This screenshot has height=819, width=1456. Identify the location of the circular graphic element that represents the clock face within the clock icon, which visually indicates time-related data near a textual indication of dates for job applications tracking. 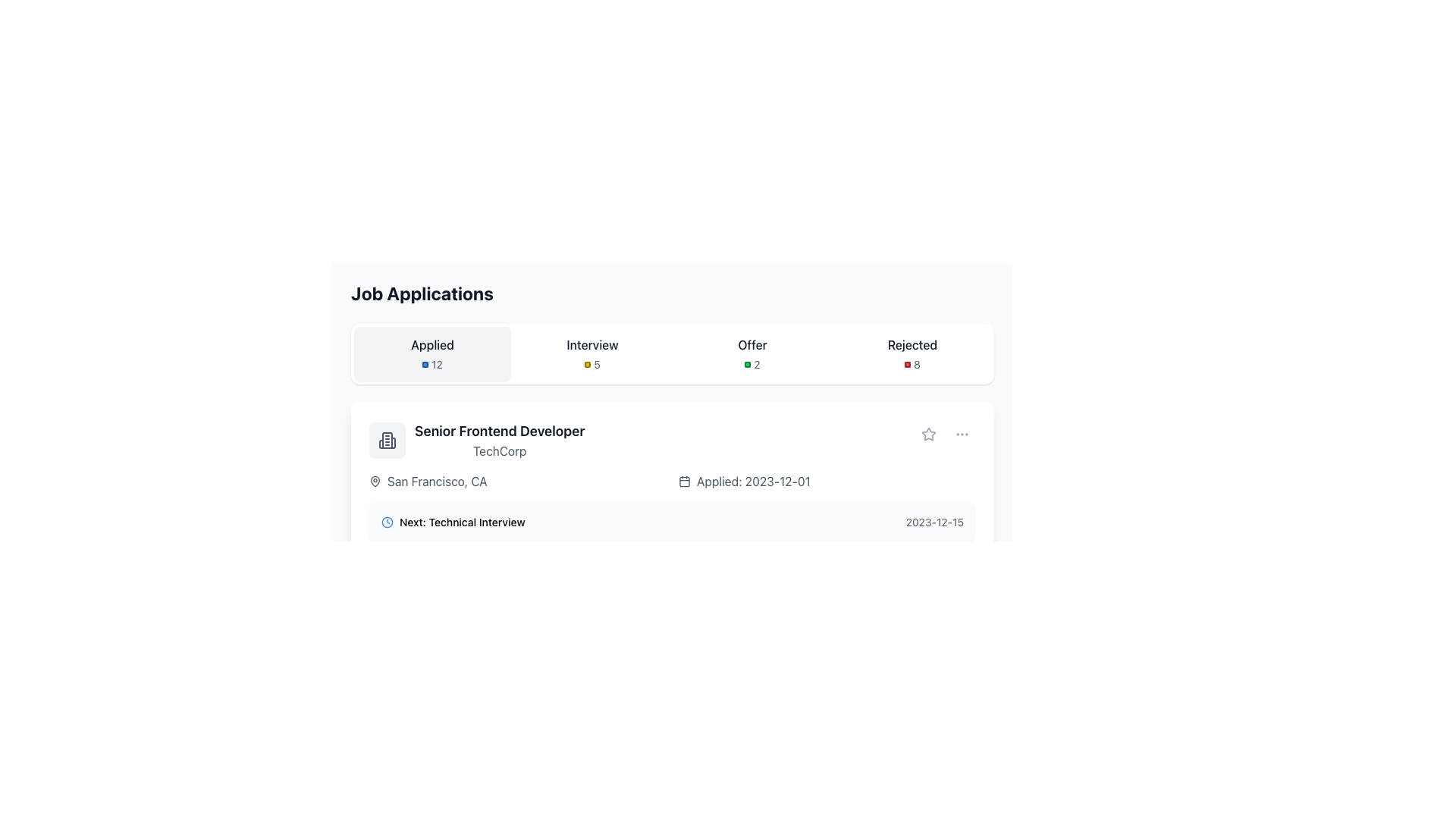
(387, 522).